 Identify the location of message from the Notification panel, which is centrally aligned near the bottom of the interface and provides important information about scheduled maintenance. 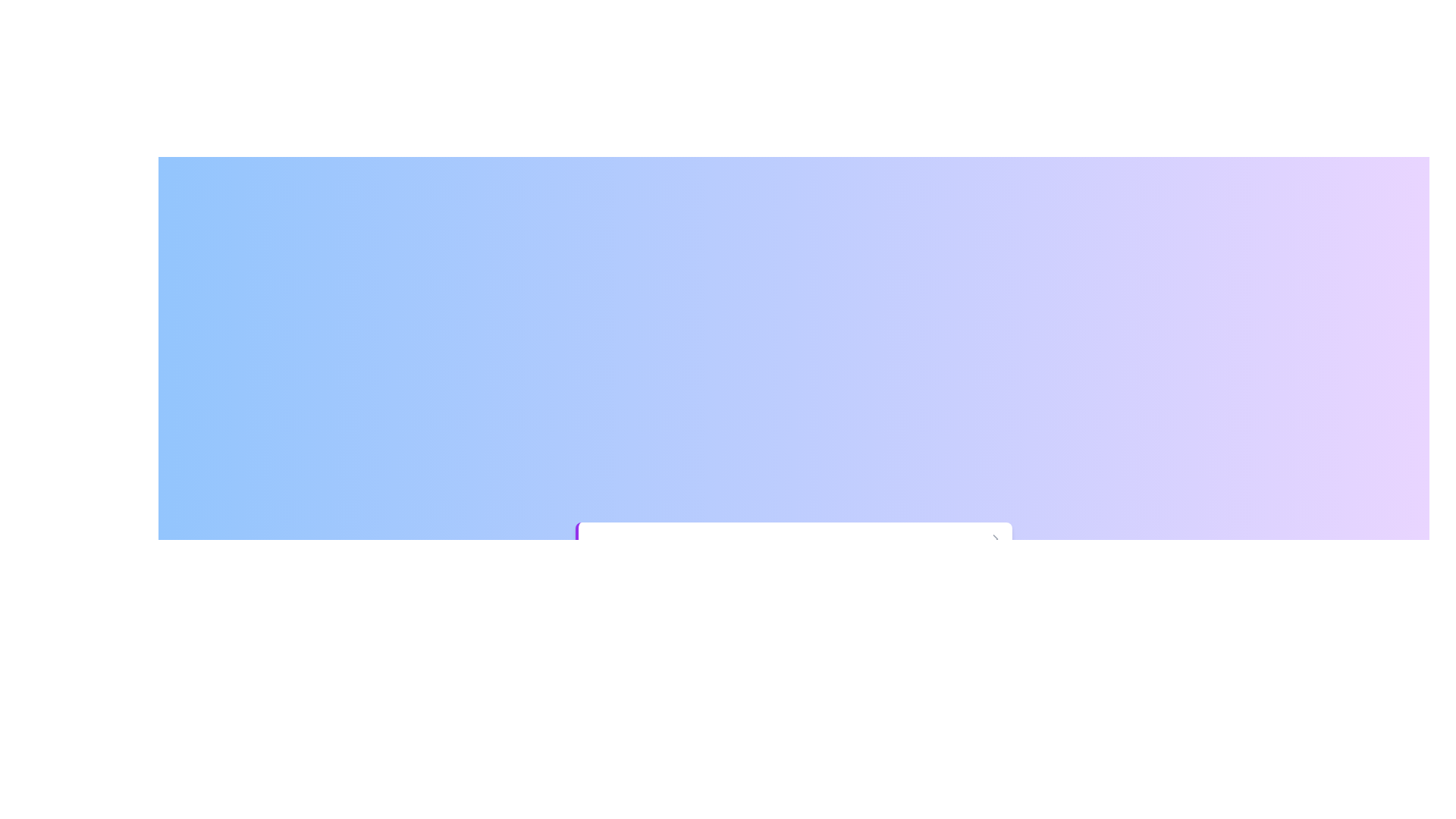
(795, 566).